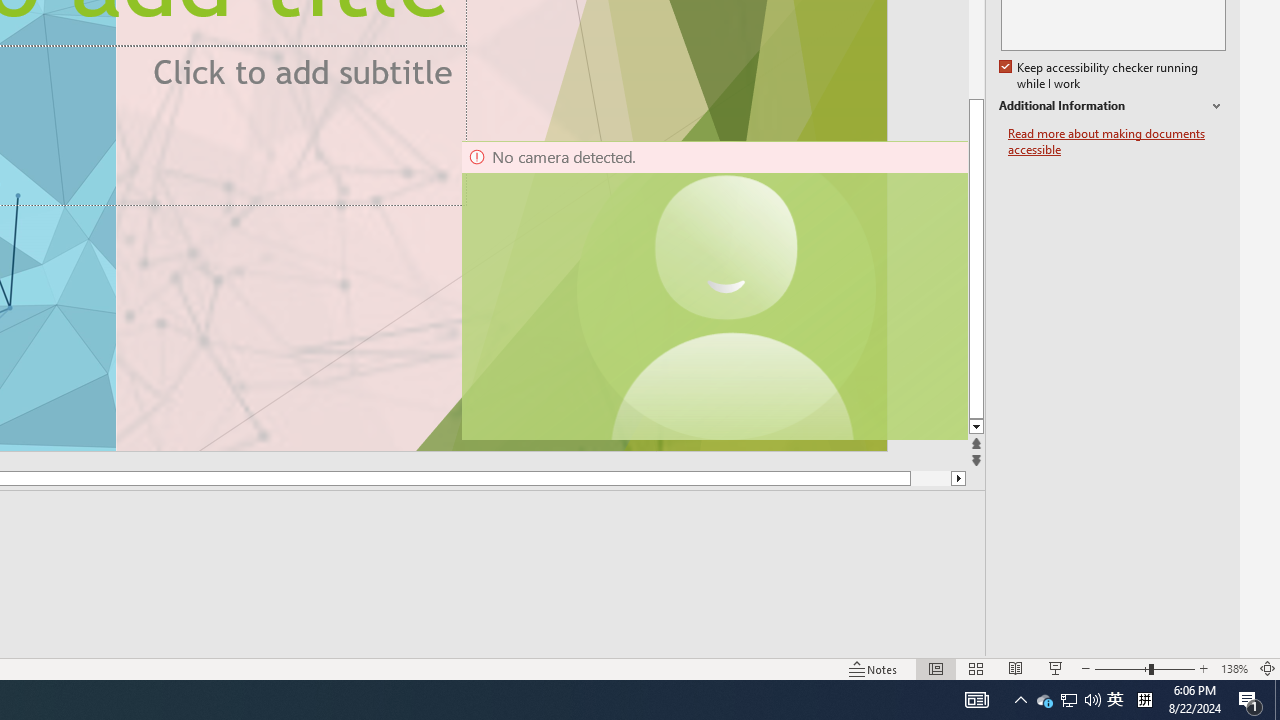 The image size is (1280, 720). I want to click on 'Camera 11, No camera detected.', so click(726, 290).